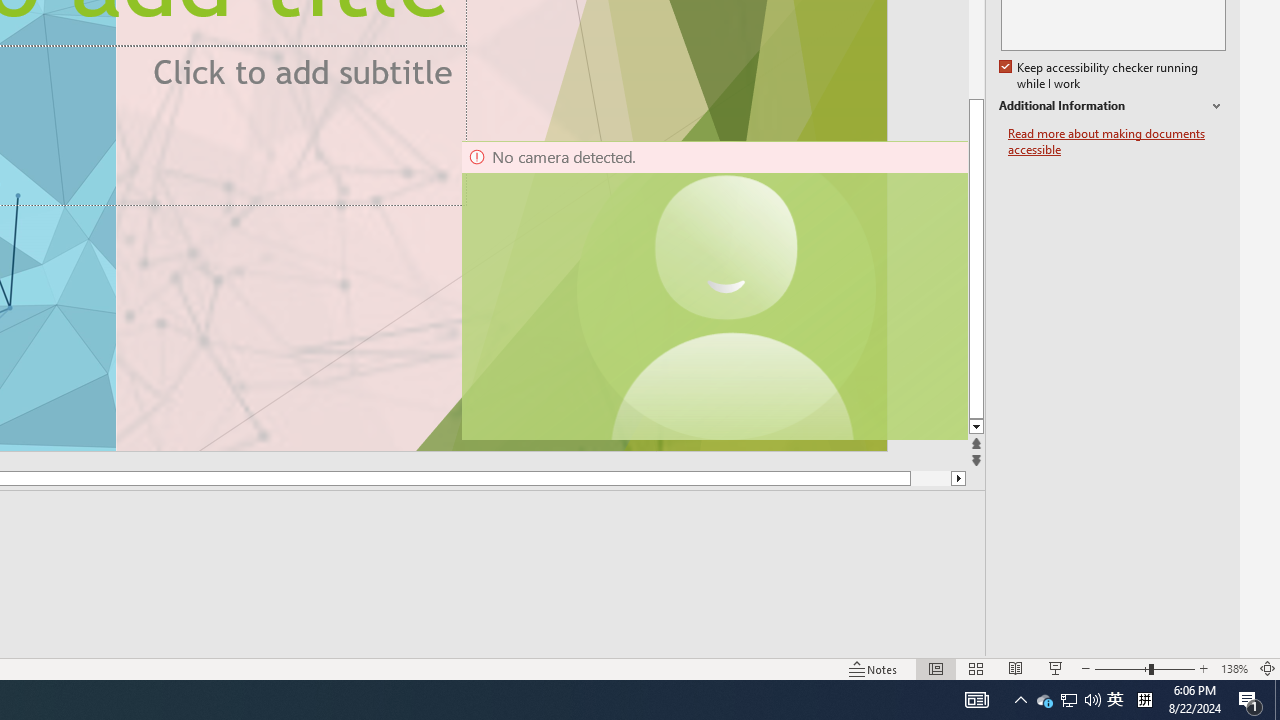 The image size is (1280, 720). I want to click on 'Camera 11, No camera detected.', so click(726, 290).